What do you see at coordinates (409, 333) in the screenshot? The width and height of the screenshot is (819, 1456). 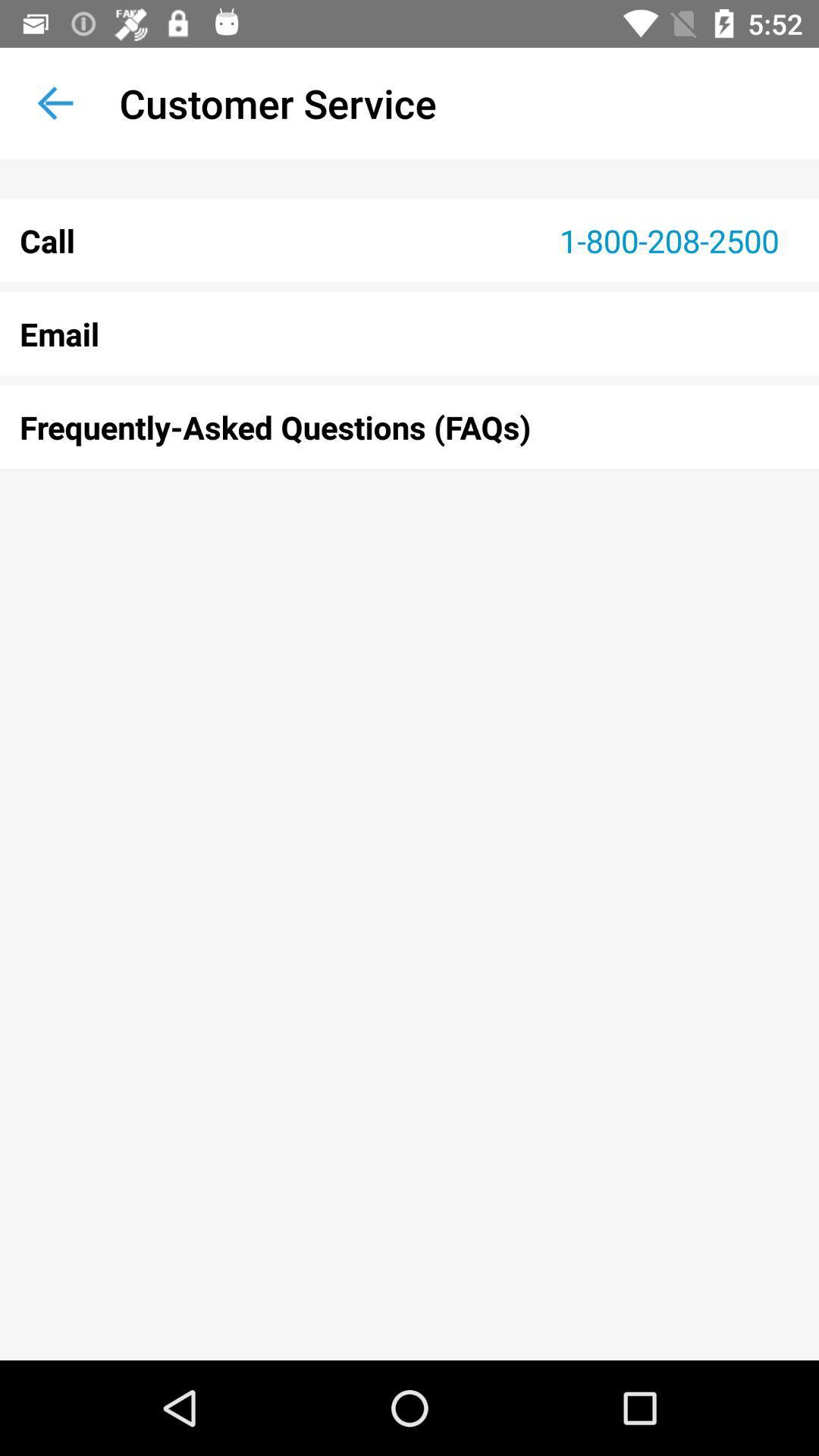 I see `the icon above frequently asked questions` at bounding box center [409, 333].